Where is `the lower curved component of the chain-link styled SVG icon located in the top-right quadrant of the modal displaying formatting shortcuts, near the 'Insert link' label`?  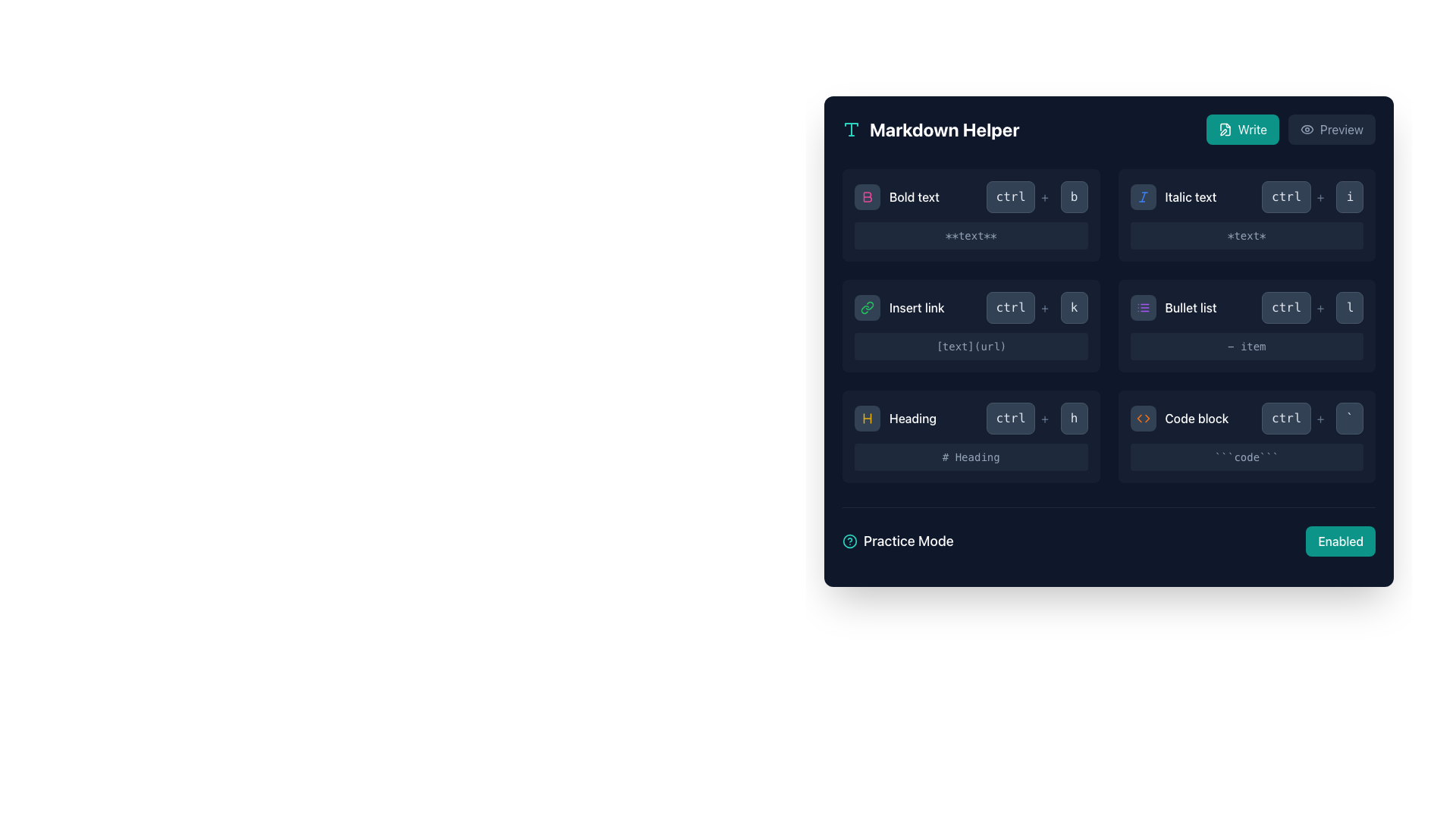
the lower curved component of the chain-link styled SVG icon located in the top-right quadrant of the modal displaying formatting shortcuts, near the 'Insert link' label is located at coordinates (865, 309).